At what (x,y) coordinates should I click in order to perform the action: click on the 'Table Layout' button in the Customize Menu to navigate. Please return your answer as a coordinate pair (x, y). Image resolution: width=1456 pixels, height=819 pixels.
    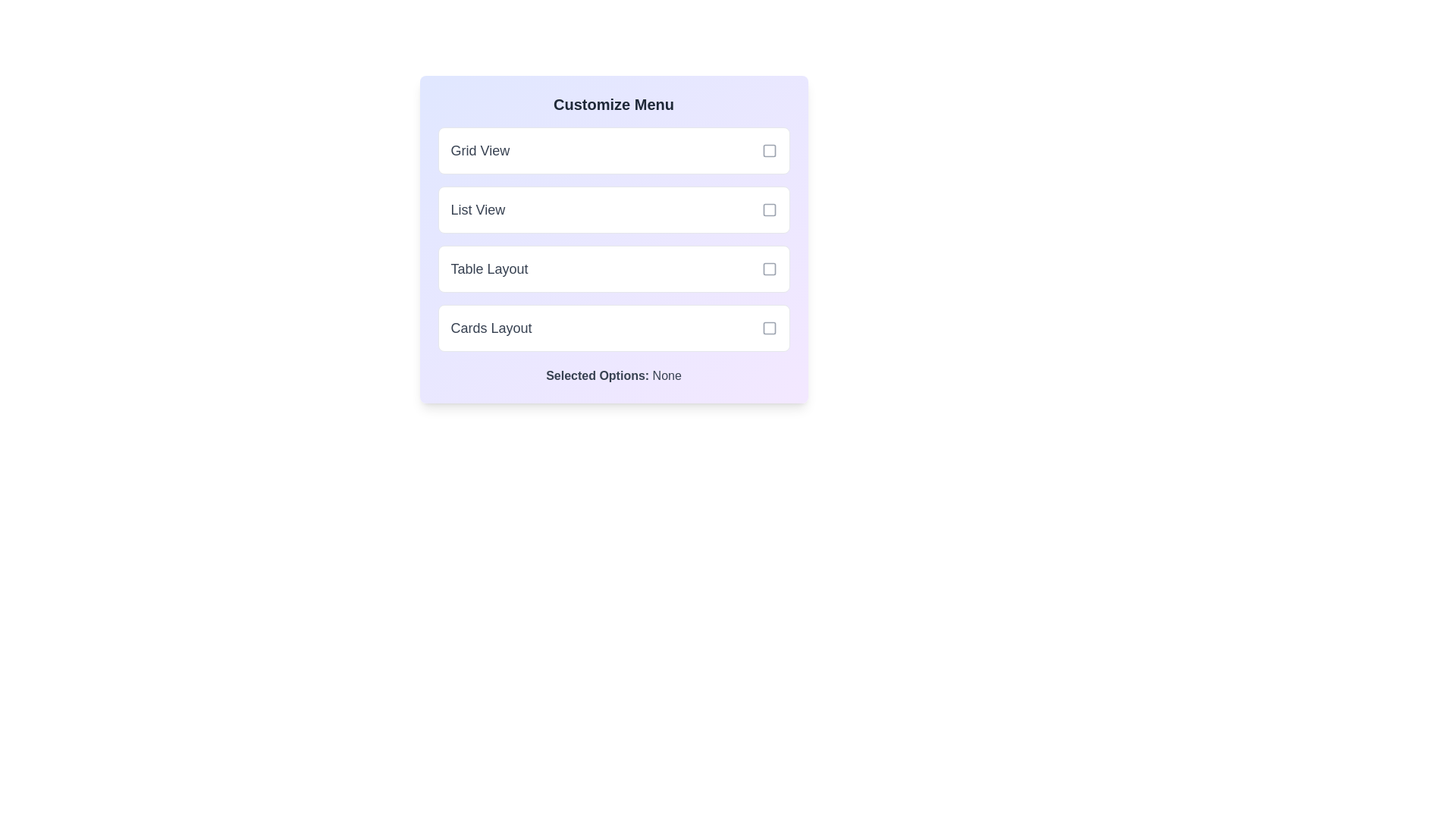
    Looking at the image, I should click on (613, 239).